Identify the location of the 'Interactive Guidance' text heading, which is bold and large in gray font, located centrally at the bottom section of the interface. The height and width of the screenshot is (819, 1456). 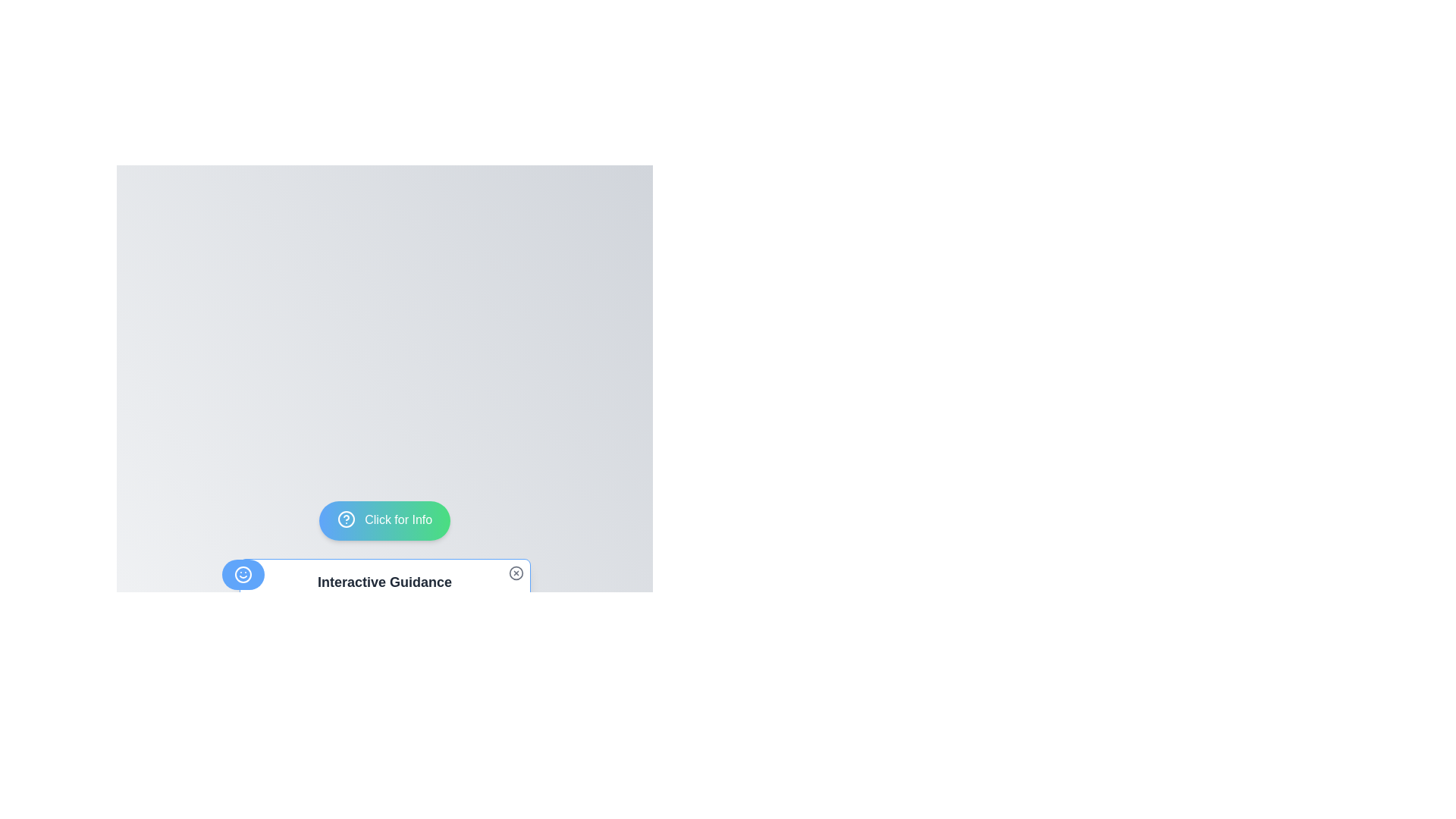
(384, 581).